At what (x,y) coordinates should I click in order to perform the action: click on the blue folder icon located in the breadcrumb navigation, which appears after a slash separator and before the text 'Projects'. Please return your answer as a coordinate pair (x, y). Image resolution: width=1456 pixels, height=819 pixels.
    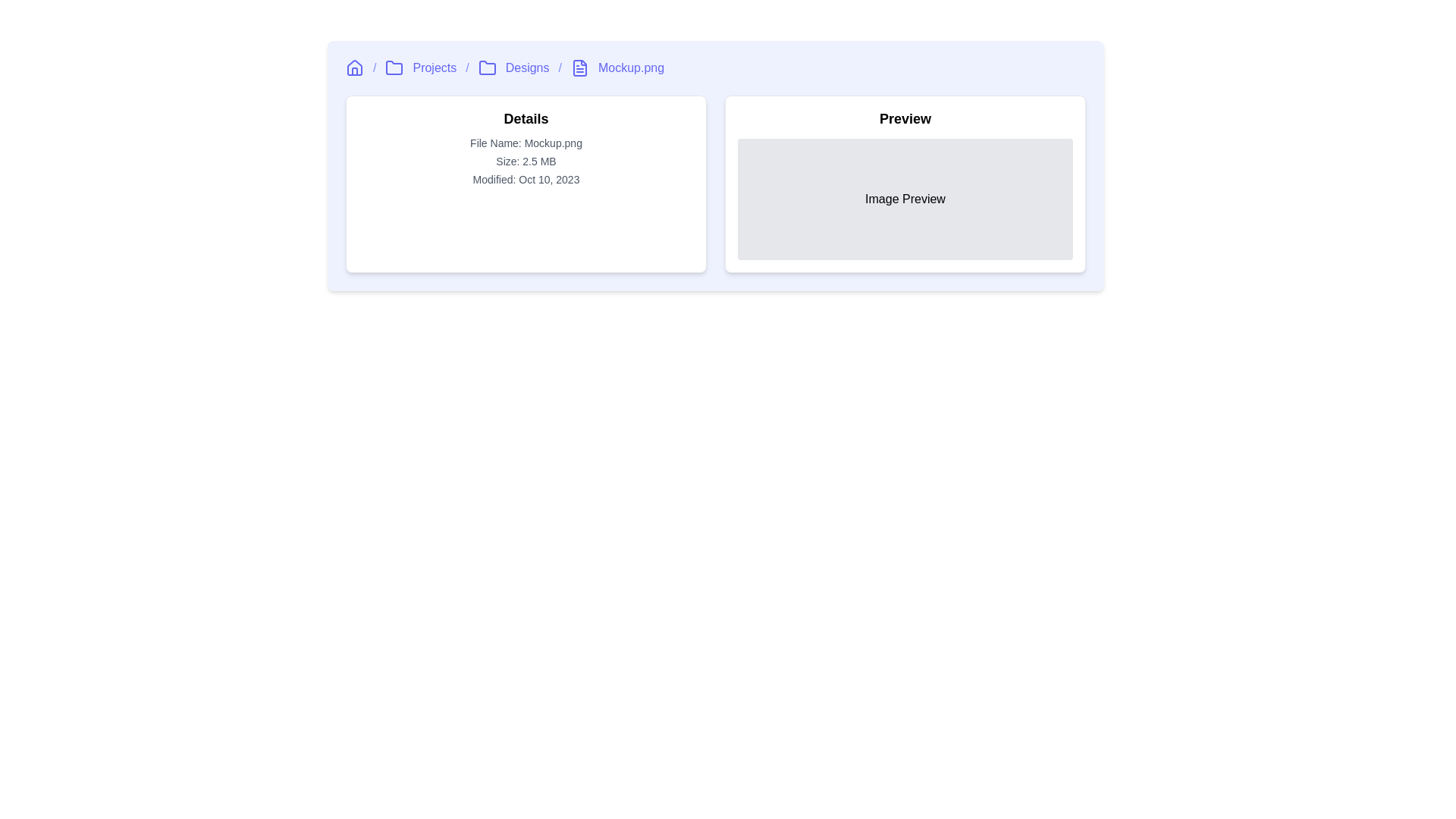
    Looking at the image, I should click on (394, 67).